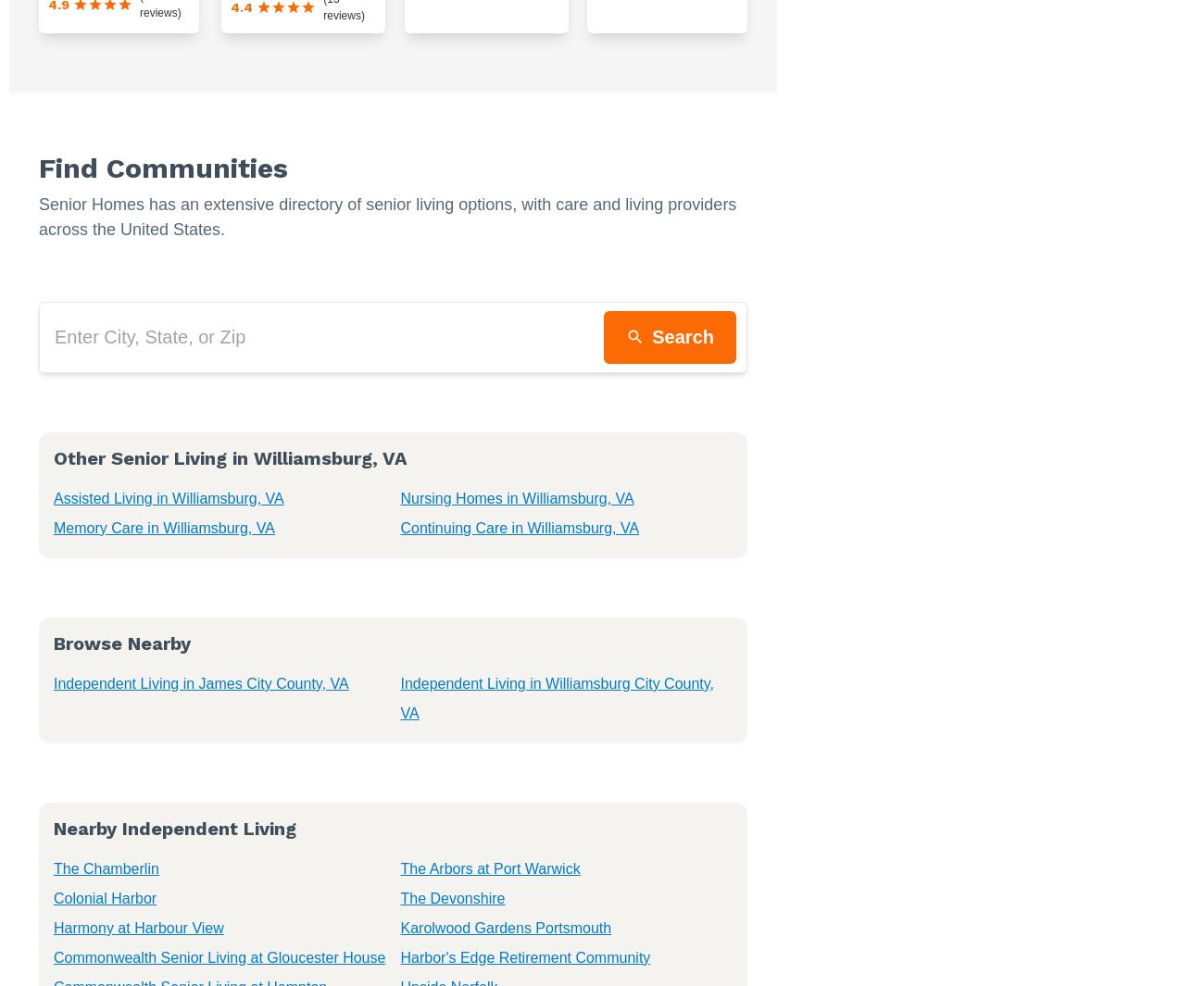  What do you see at coordinates (683, 336) in the screenshot?
I see `'Search'` at bounding box center [683, 336].